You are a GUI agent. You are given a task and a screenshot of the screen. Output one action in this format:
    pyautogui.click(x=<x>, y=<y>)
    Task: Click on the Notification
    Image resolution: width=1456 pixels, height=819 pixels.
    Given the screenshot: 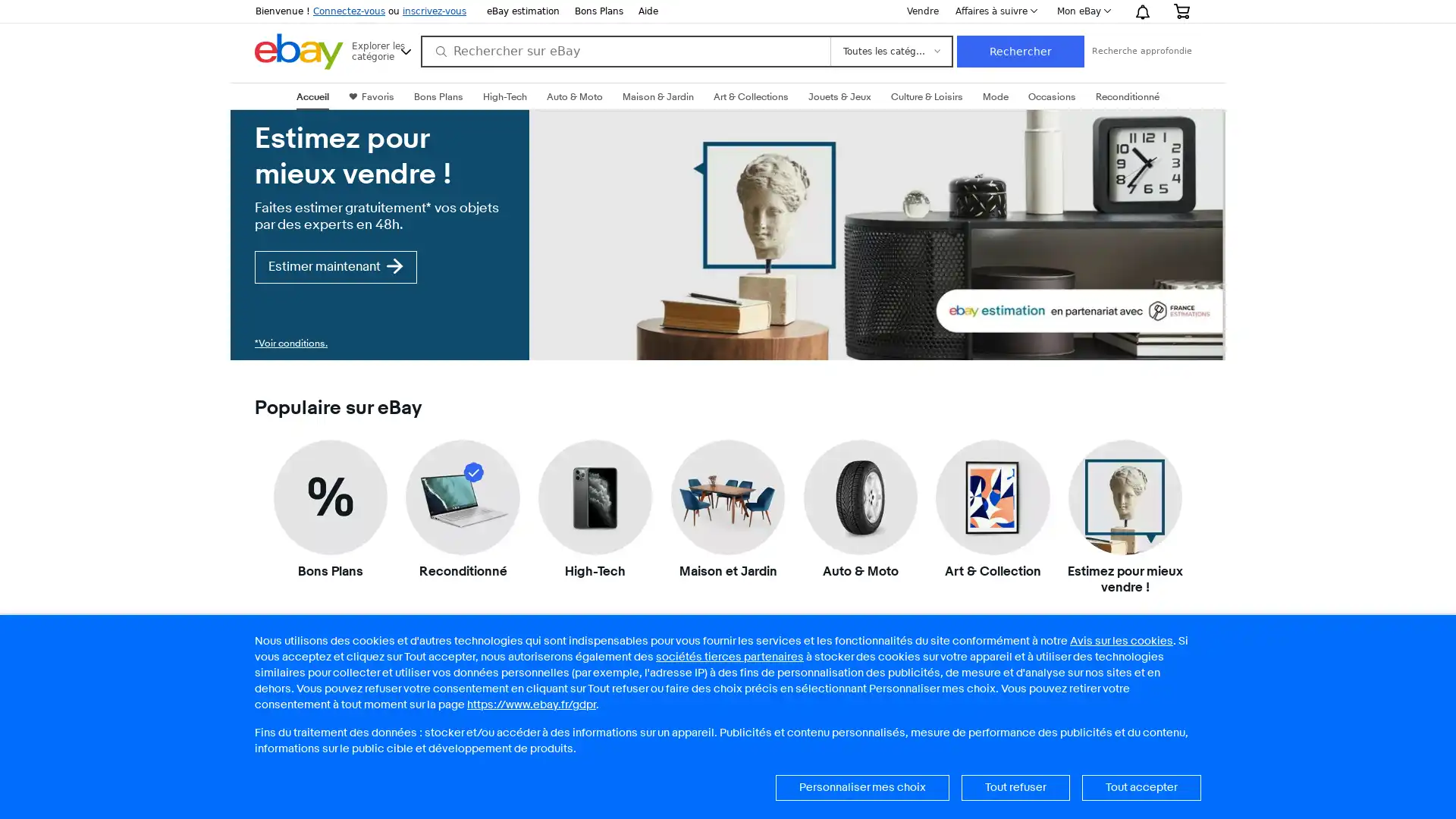 What is the action you would take?
    pyautogui.click(x=1142, y=11)
    